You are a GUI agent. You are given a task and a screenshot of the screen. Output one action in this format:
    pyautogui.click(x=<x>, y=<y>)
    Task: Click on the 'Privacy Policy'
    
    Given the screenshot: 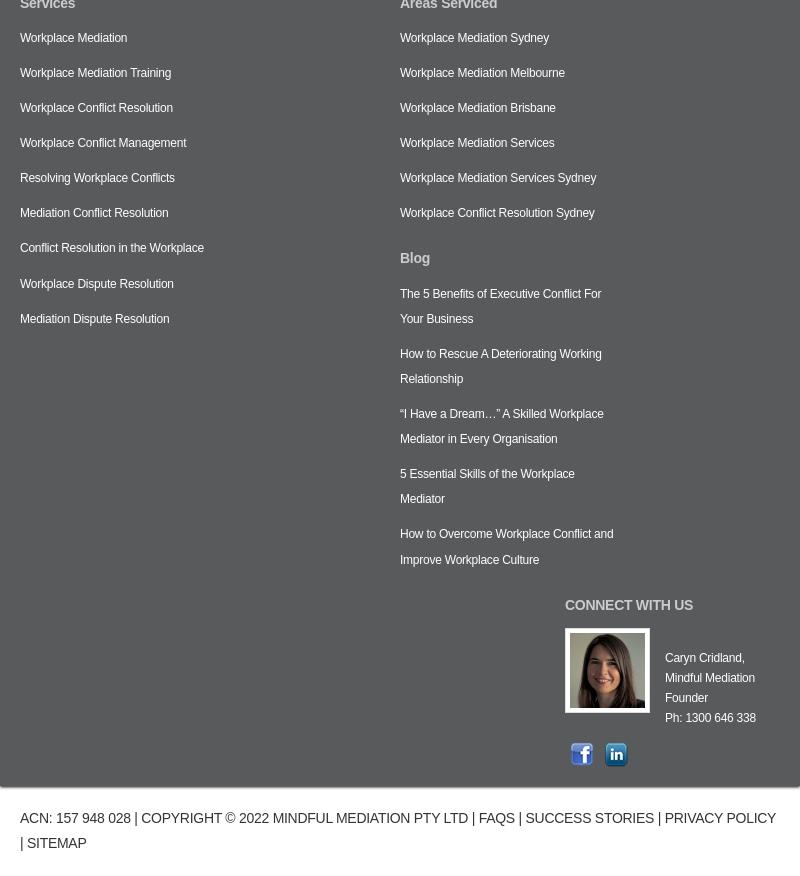 What is the action you would take?
    pyautogui.click(x=718, y=815)
    